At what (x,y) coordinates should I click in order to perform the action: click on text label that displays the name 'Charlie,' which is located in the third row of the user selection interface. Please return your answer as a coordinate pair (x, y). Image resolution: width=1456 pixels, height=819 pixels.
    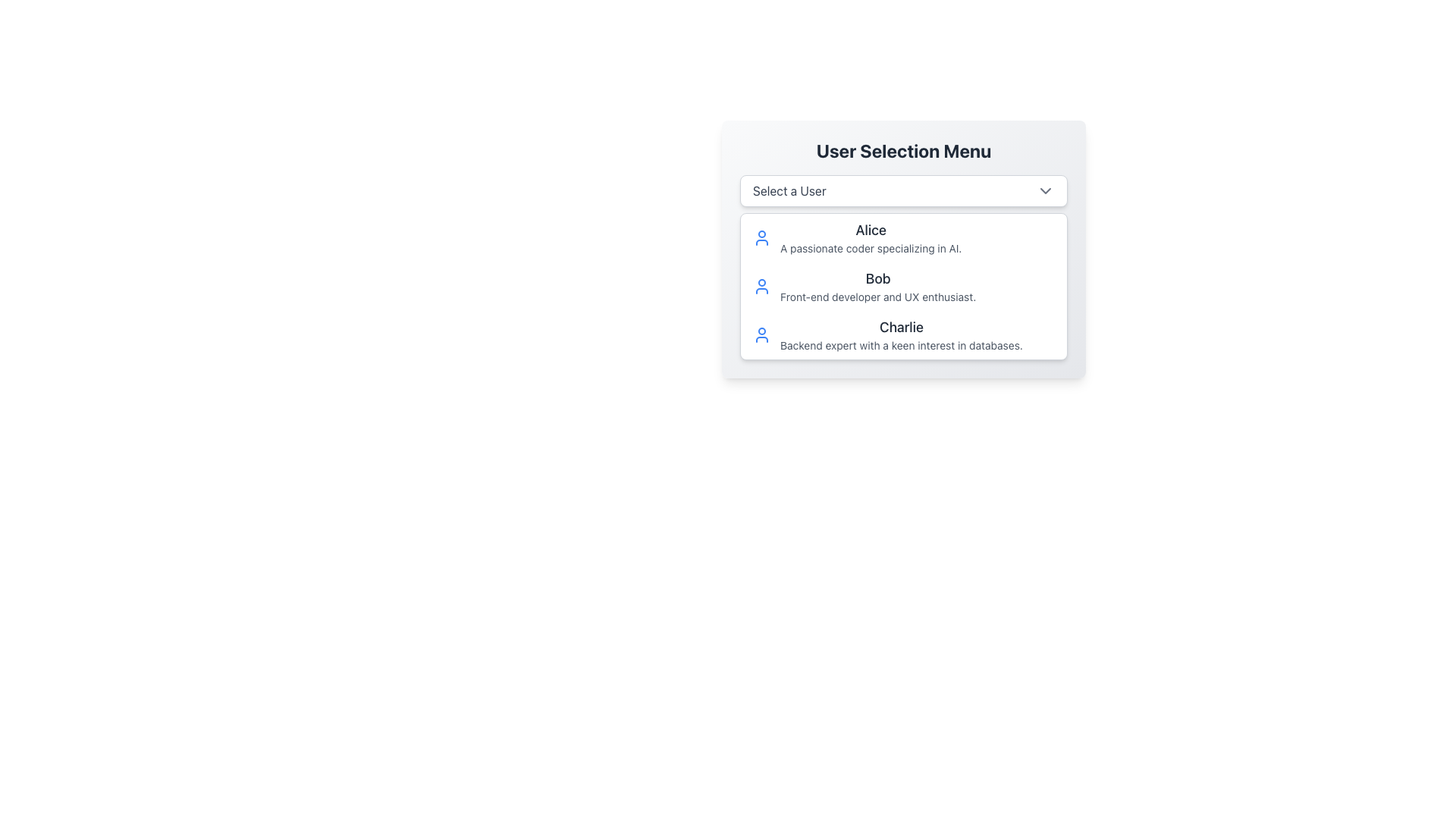
    Looking at the image, I should click on (901, 327).